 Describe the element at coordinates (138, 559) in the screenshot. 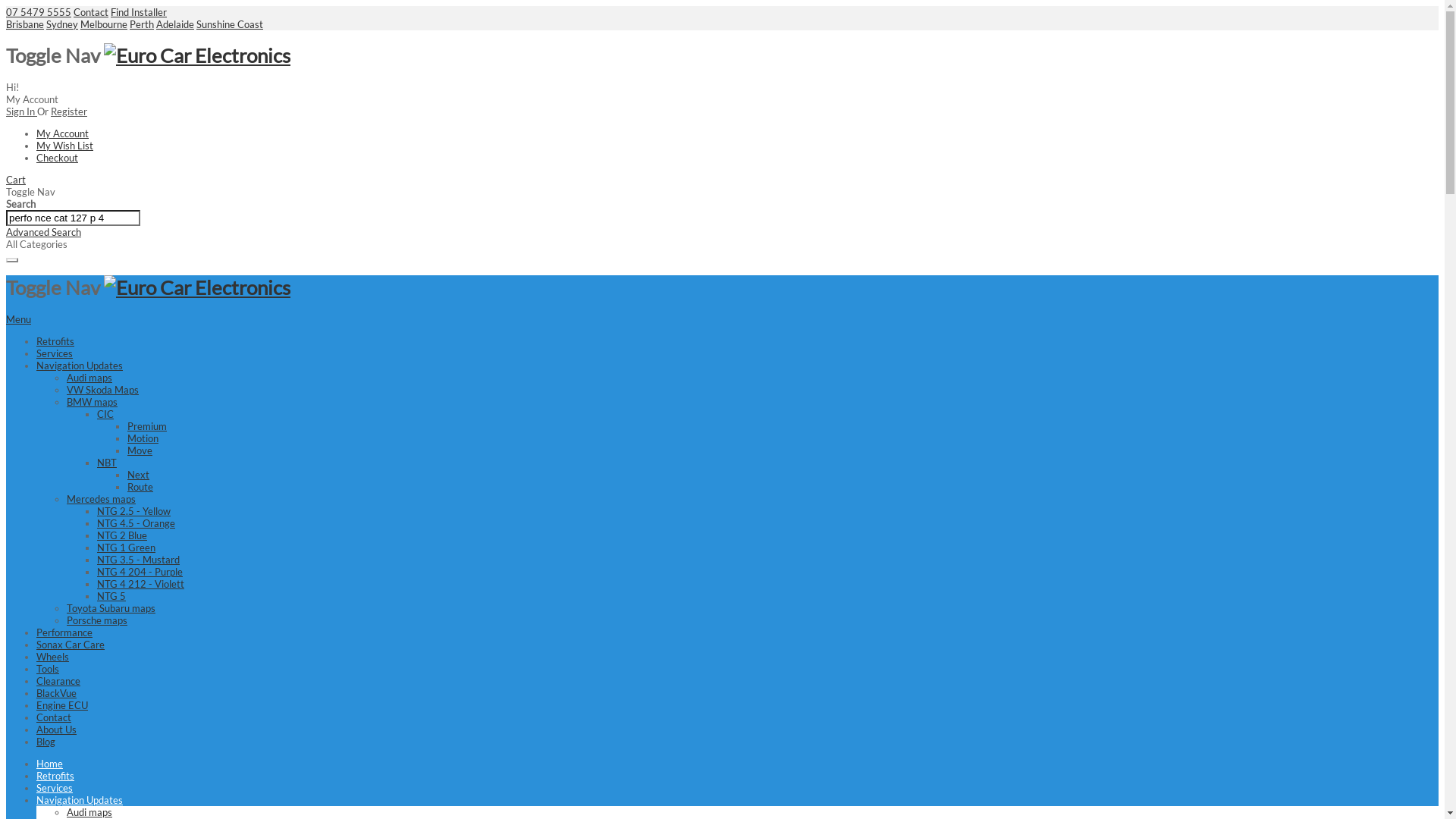

I see `'NTG 3.5 - Mustard'` at that location.